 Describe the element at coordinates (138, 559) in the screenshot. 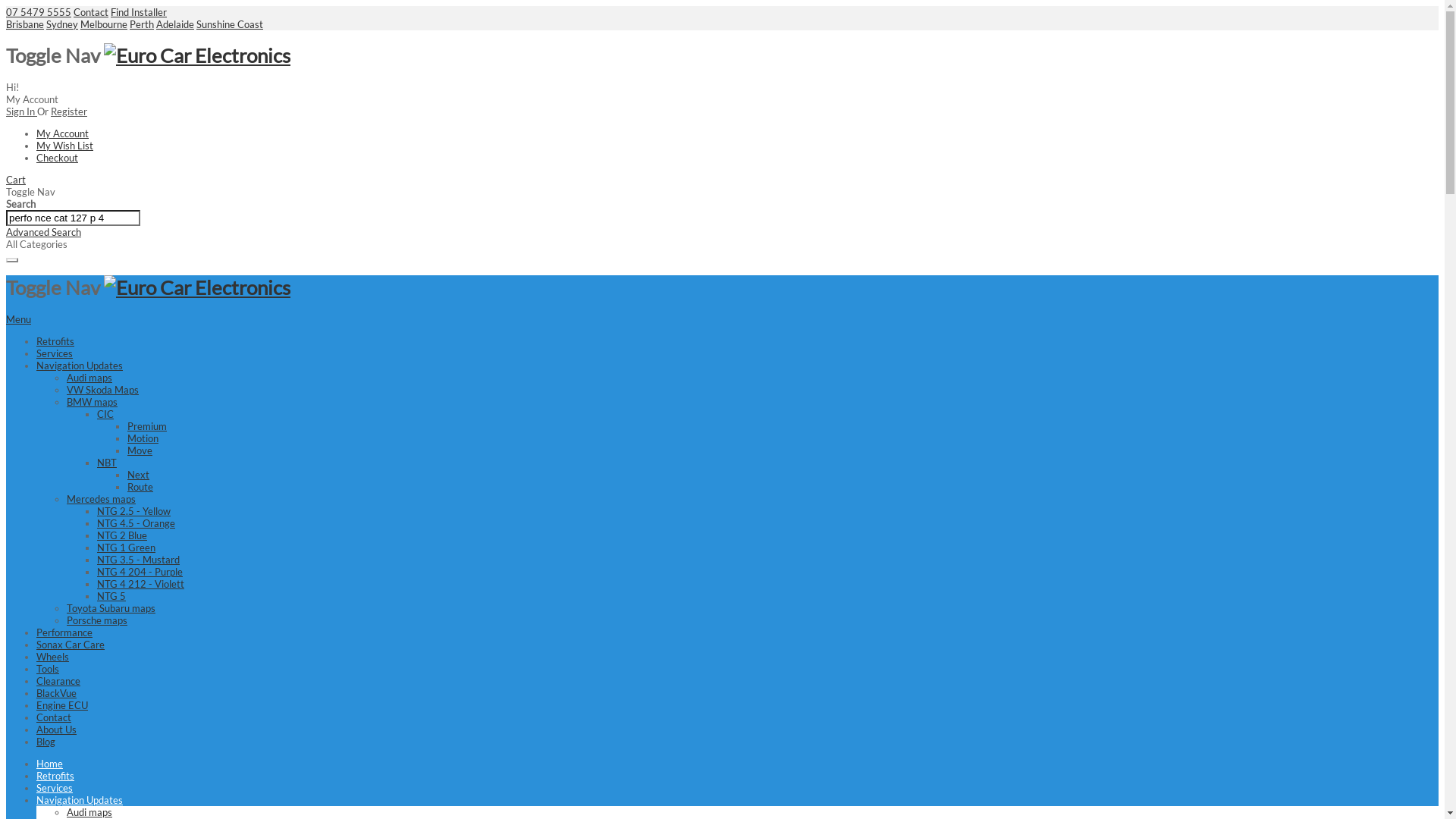

I see `'NTG 3.5 - Mustard'` at that location.